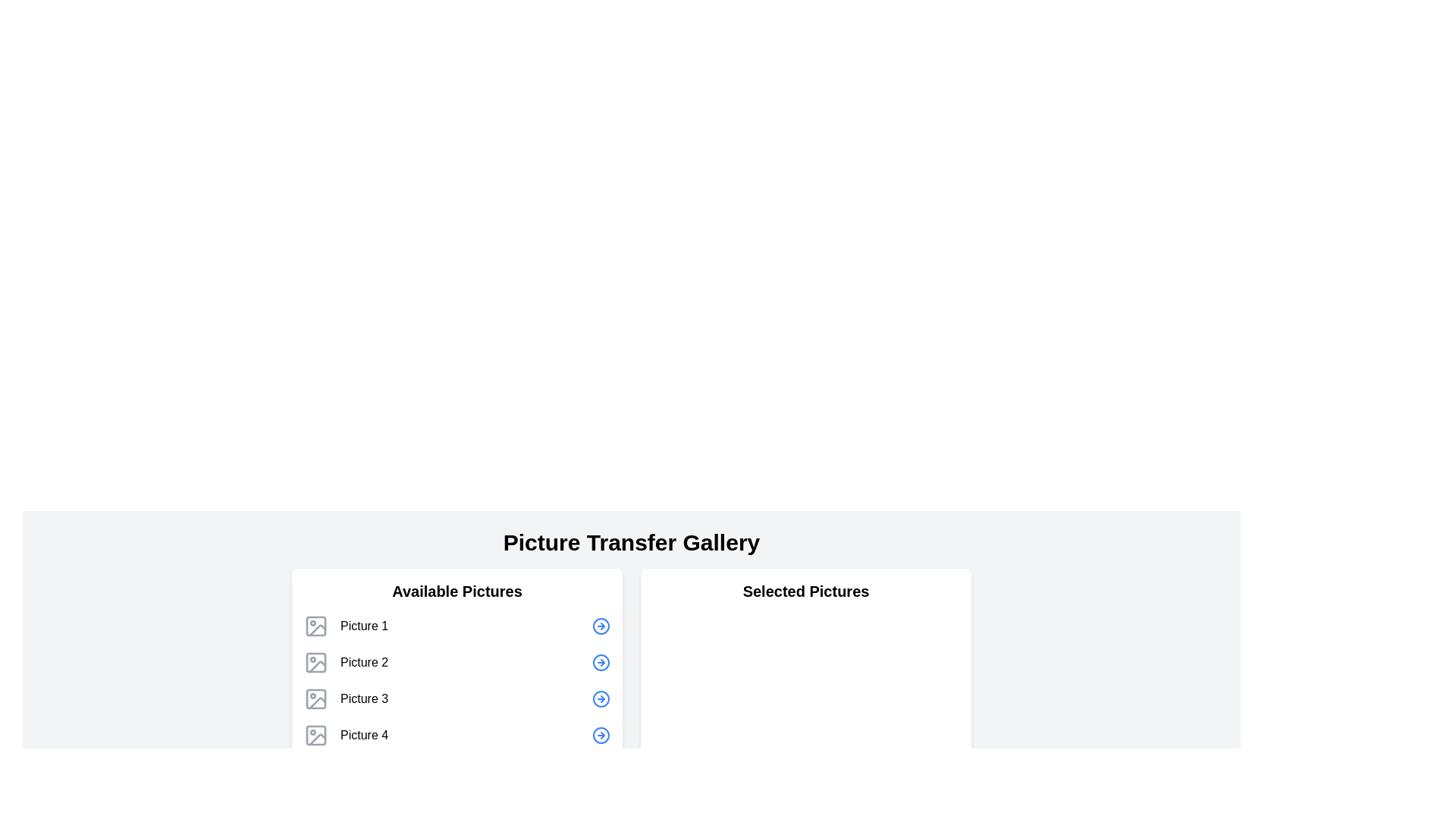 This screenshot has width=1456, height=819. What do you see at coordinates (600, 772) in the screenshot?
I see `the decorative vector graphic (circle) located at the bottom left of the grid of selectable pictures in the 'Available Pictures' section` at bounding box center [600, 772].